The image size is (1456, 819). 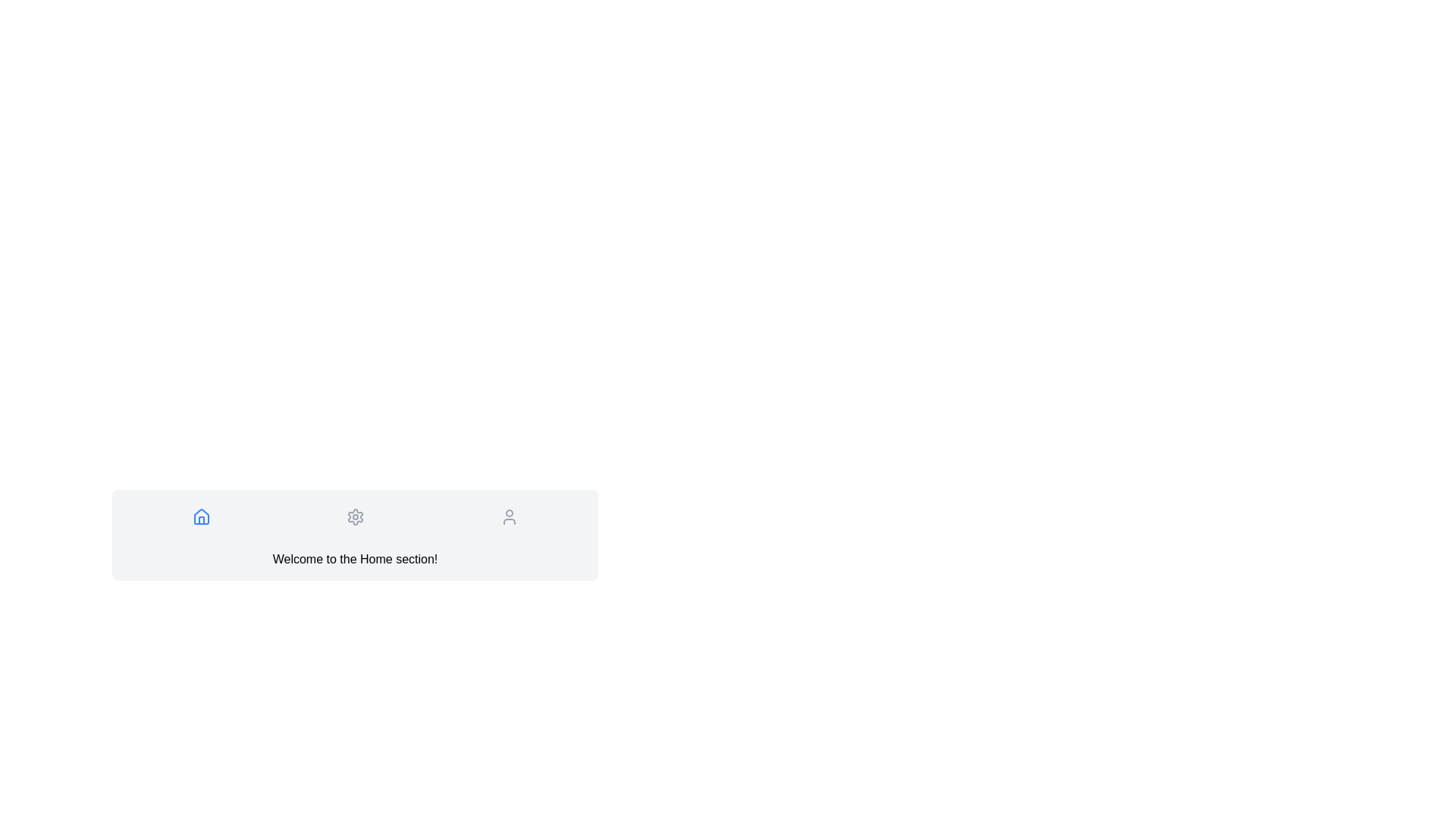 I want to click on the settings button located in the center of the horizontal navigation bar, so click(x=354, y=516).